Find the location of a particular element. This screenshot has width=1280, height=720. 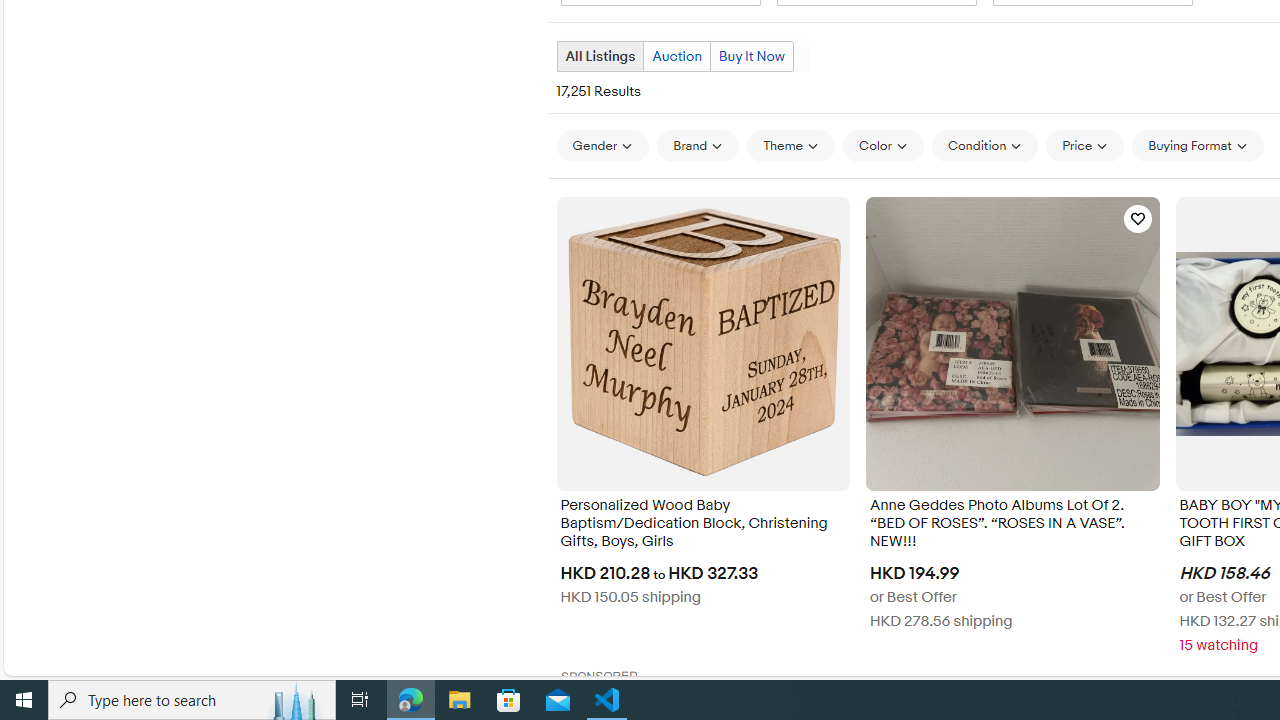

'Buying Format' is located at coordinates (1198, 145).